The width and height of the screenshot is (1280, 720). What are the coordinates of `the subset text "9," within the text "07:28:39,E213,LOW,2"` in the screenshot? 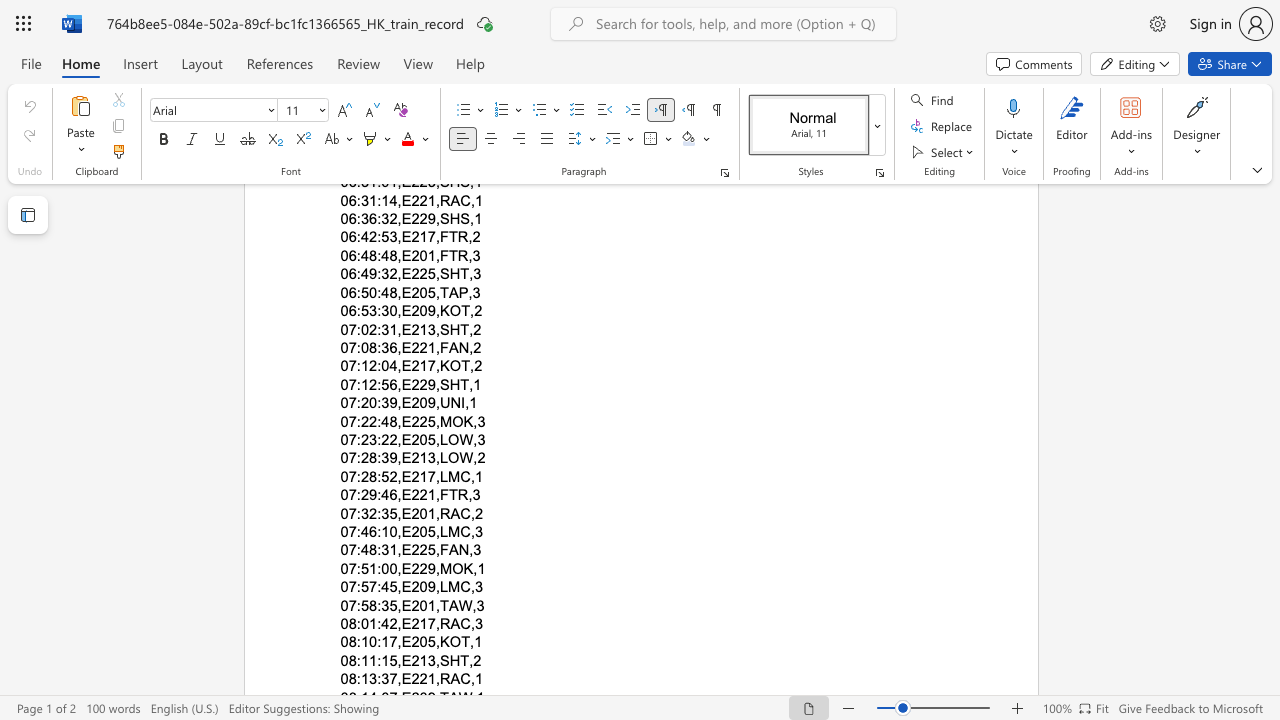 It's located at (389, 458).